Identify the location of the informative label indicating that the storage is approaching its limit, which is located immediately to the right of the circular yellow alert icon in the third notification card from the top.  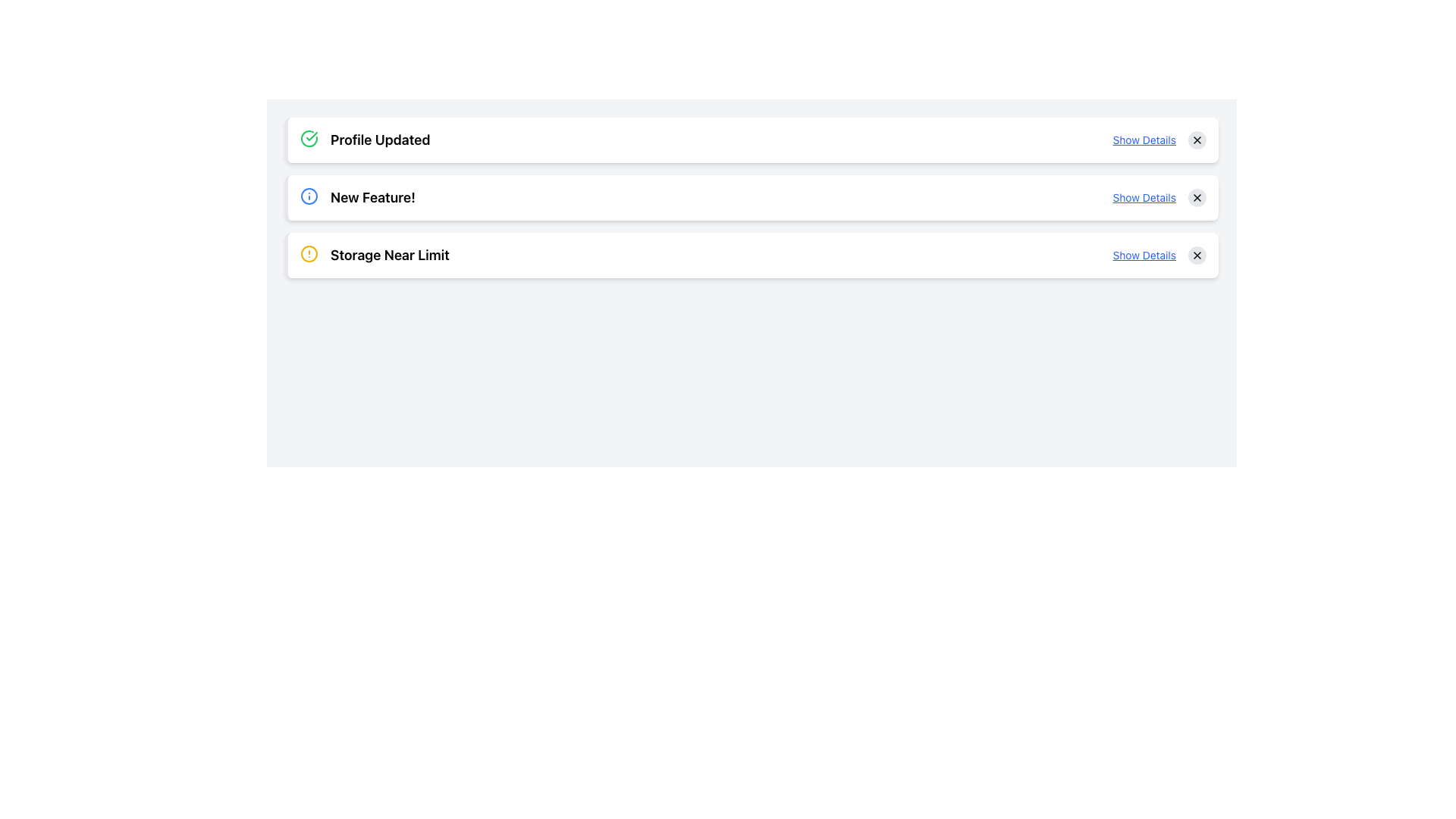
(375, 254).